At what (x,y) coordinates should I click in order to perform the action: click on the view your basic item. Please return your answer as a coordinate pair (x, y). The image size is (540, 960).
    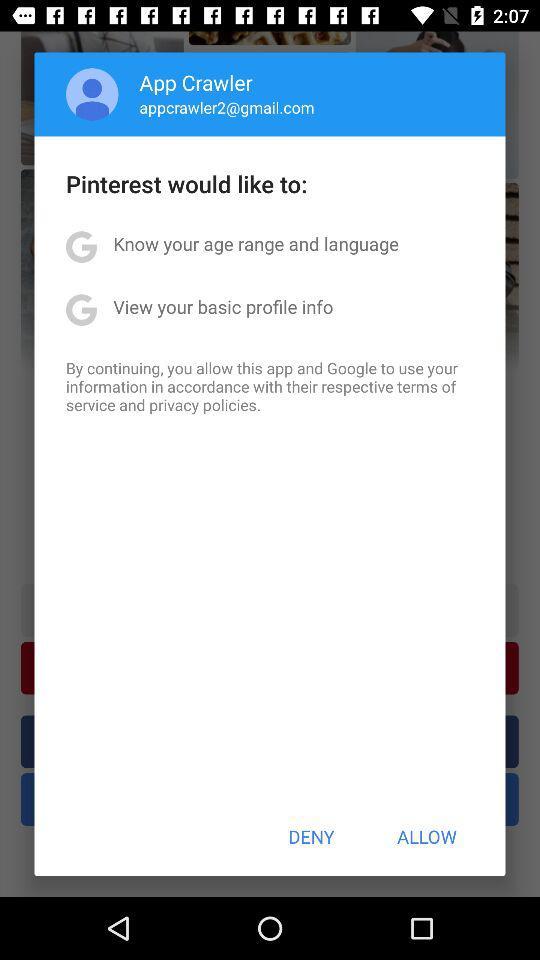
    Looking at the image, I should click on (222, 306).